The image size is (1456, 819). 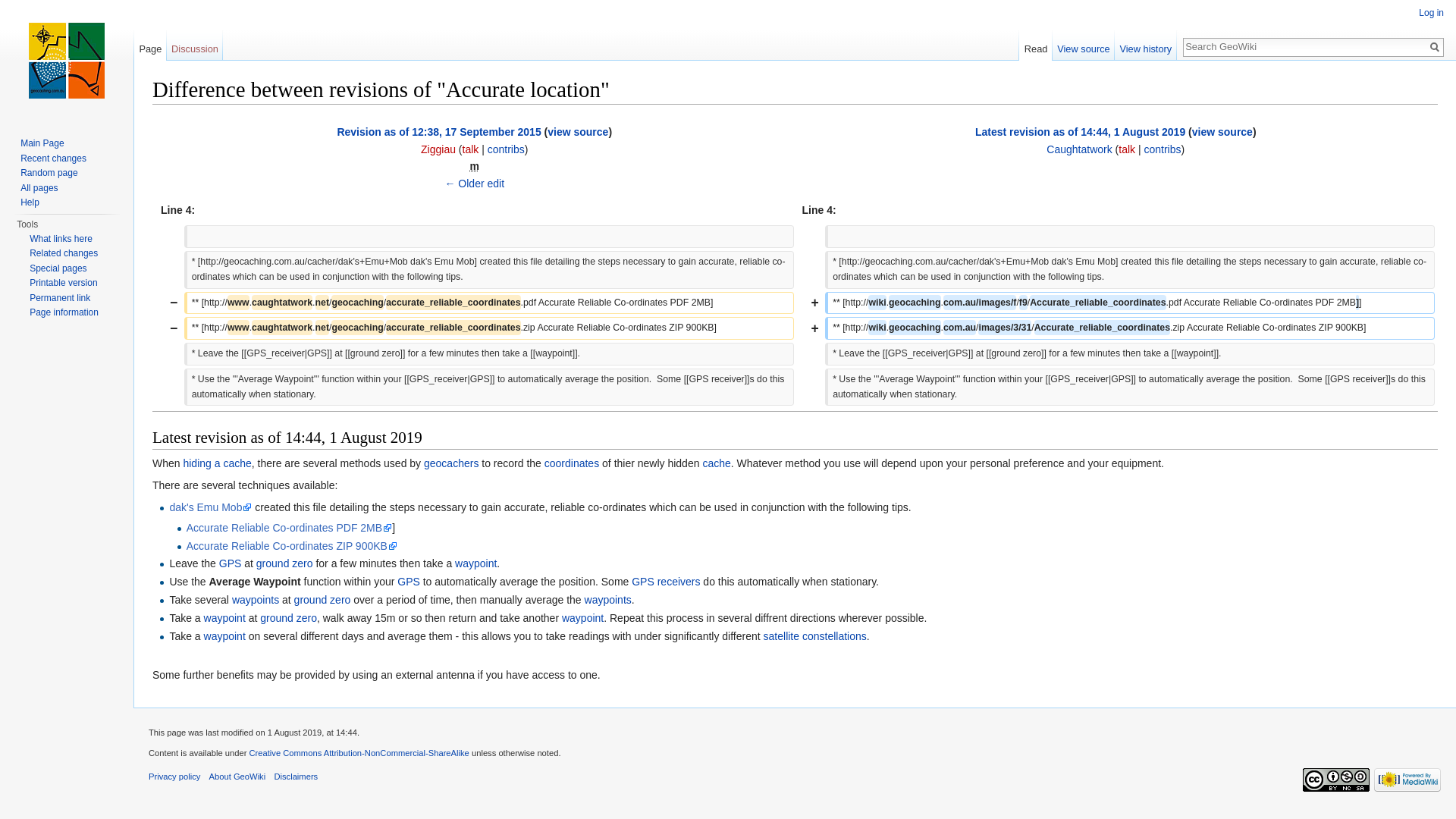 I want to click on 'Page information', so click(x=63, y=312).